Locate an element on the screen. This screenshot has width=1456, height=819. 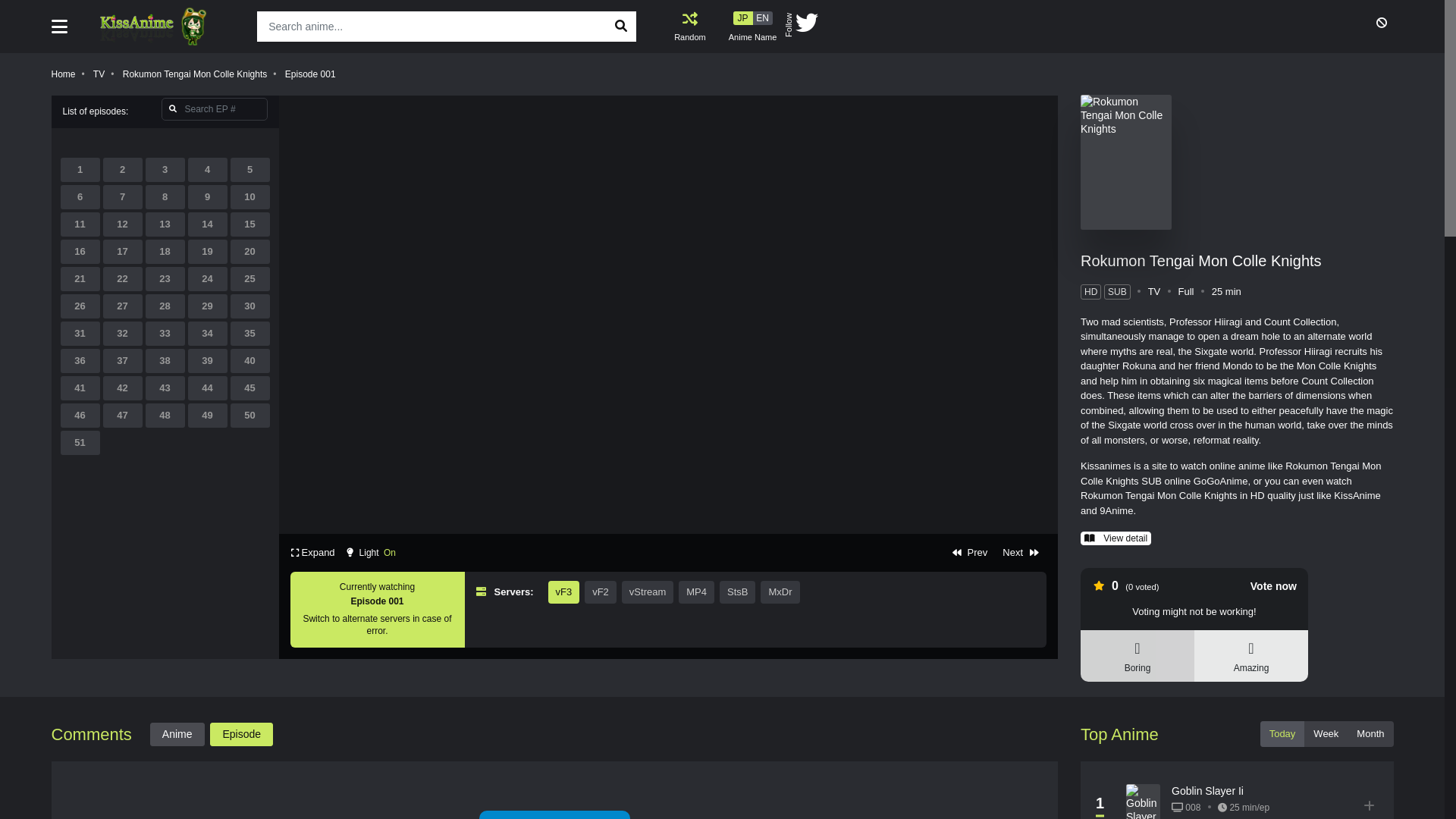
'46' is located at coordinates (79, 415).